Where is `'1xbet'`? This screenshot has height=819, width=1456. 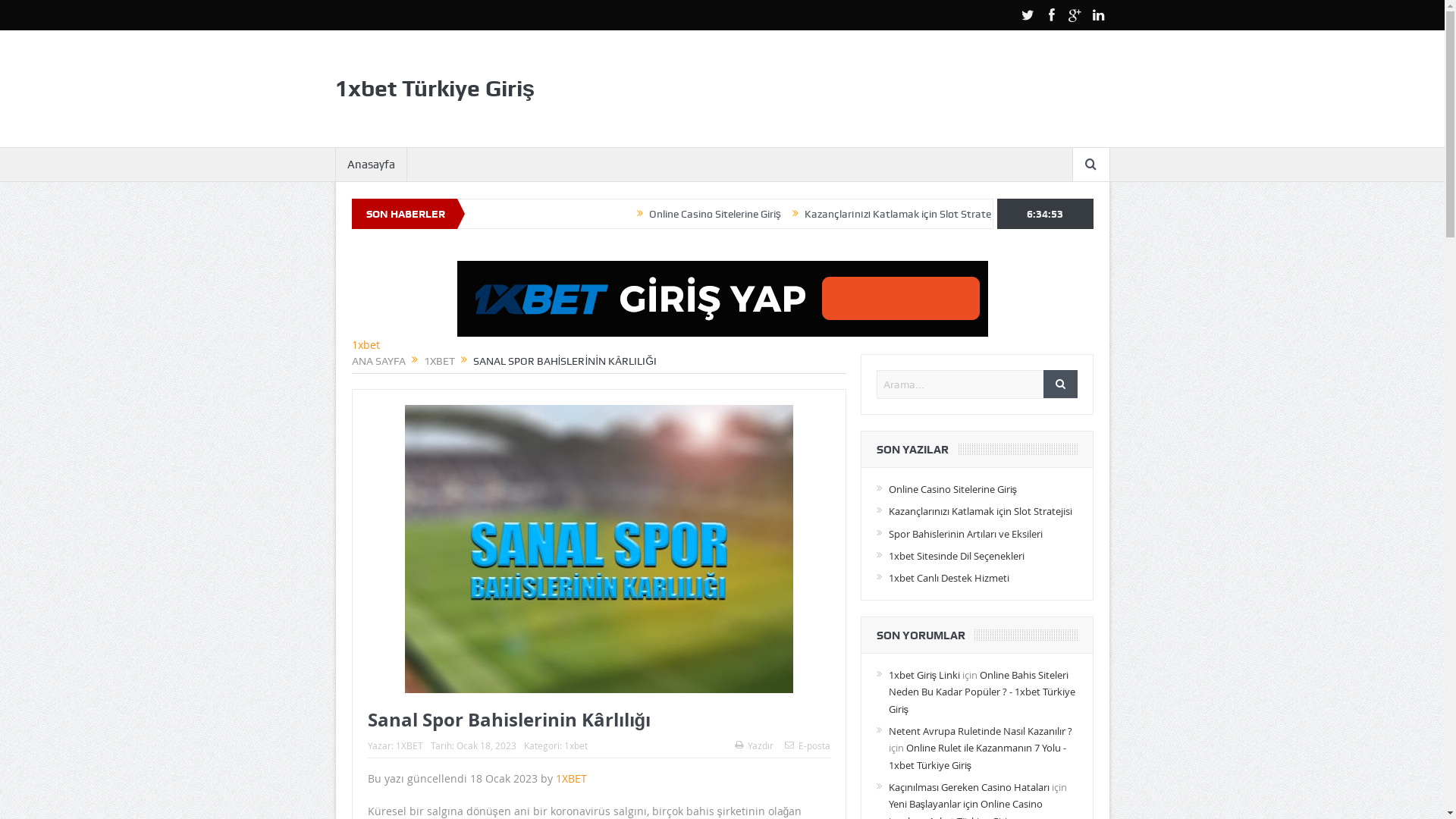 '1xbet' is located at coordinates (366, 344).